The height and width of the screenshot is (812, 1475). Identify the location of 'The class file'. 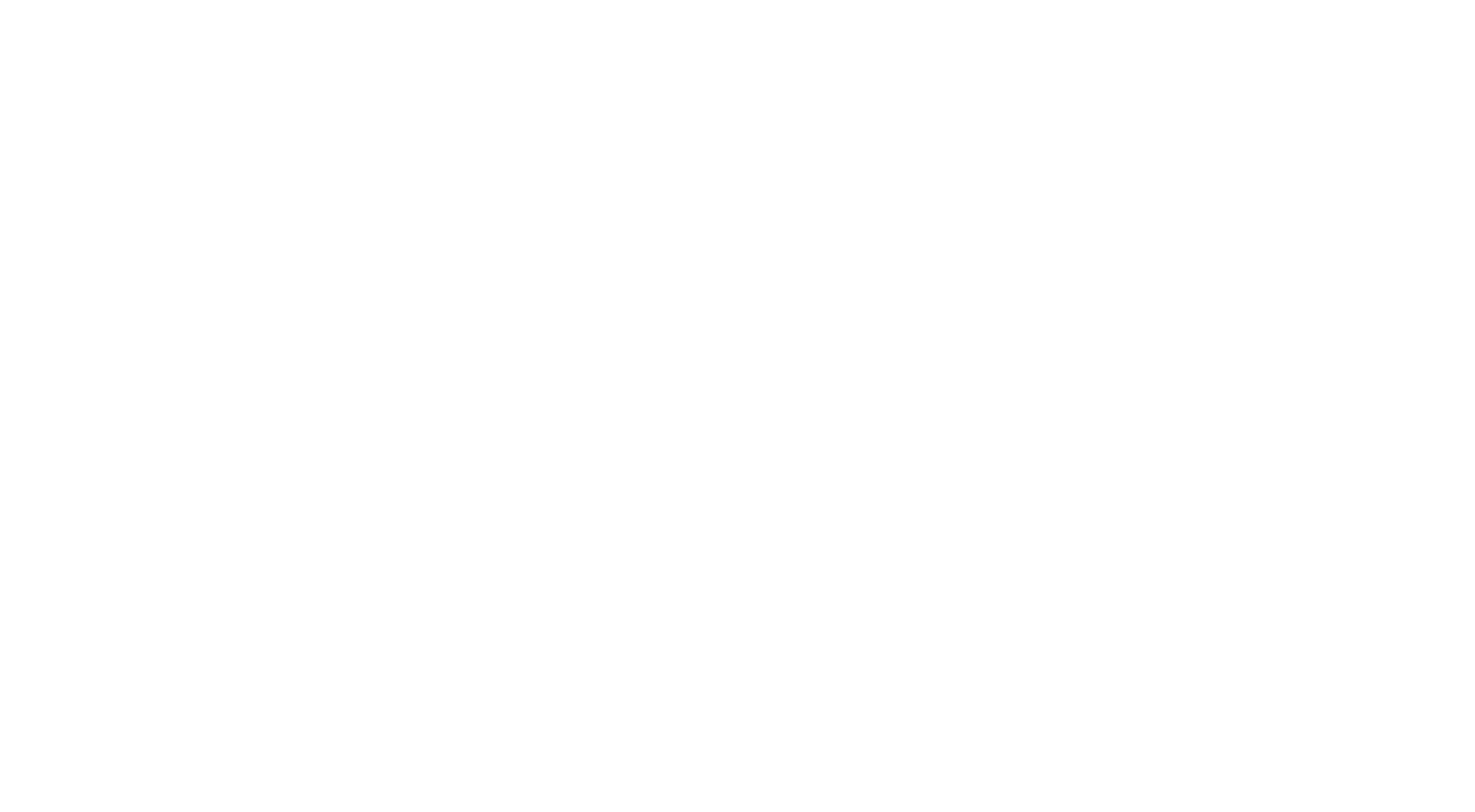
(743, 589).